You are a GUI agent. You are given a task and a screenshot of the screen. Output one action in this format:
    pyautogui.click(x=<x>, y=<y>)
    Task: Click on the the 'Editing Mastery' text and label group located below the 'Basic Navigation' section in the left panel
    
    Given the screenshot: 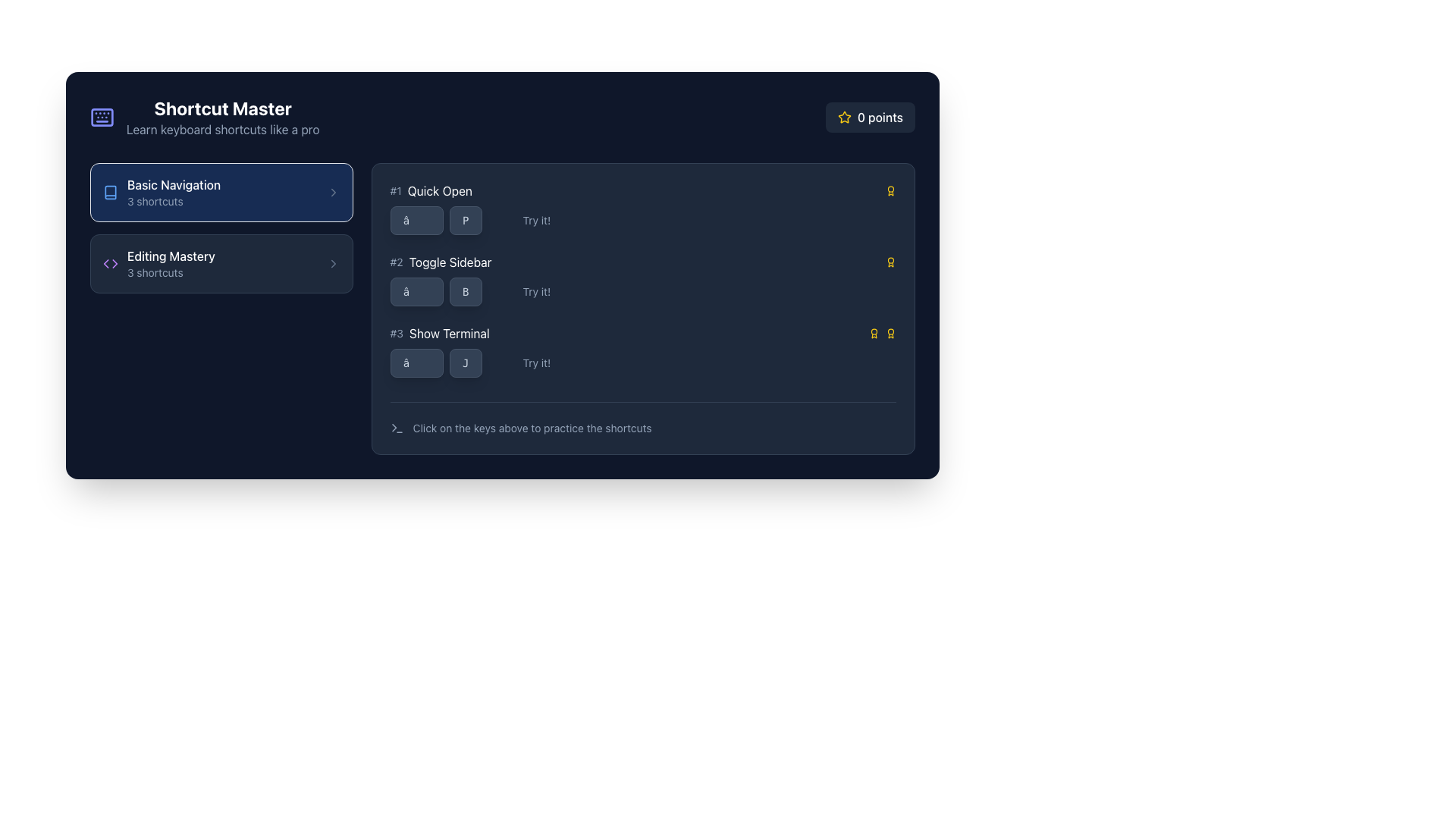 What is the action you would take?
    pyautogui.click(x=171, y=262)
    